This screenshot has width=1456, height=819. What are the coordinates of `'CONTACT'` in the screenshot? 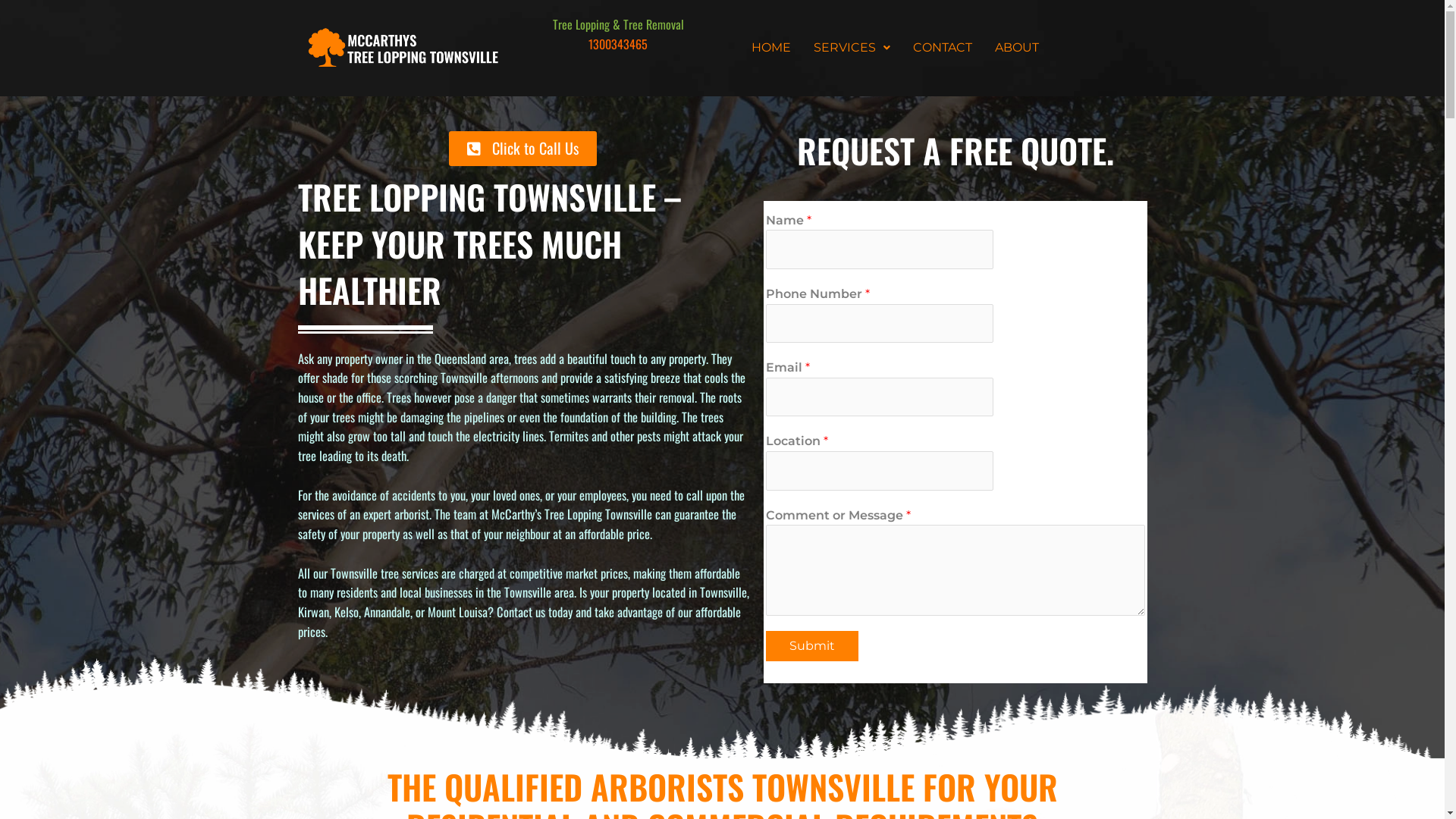 It's located at (942, 46).